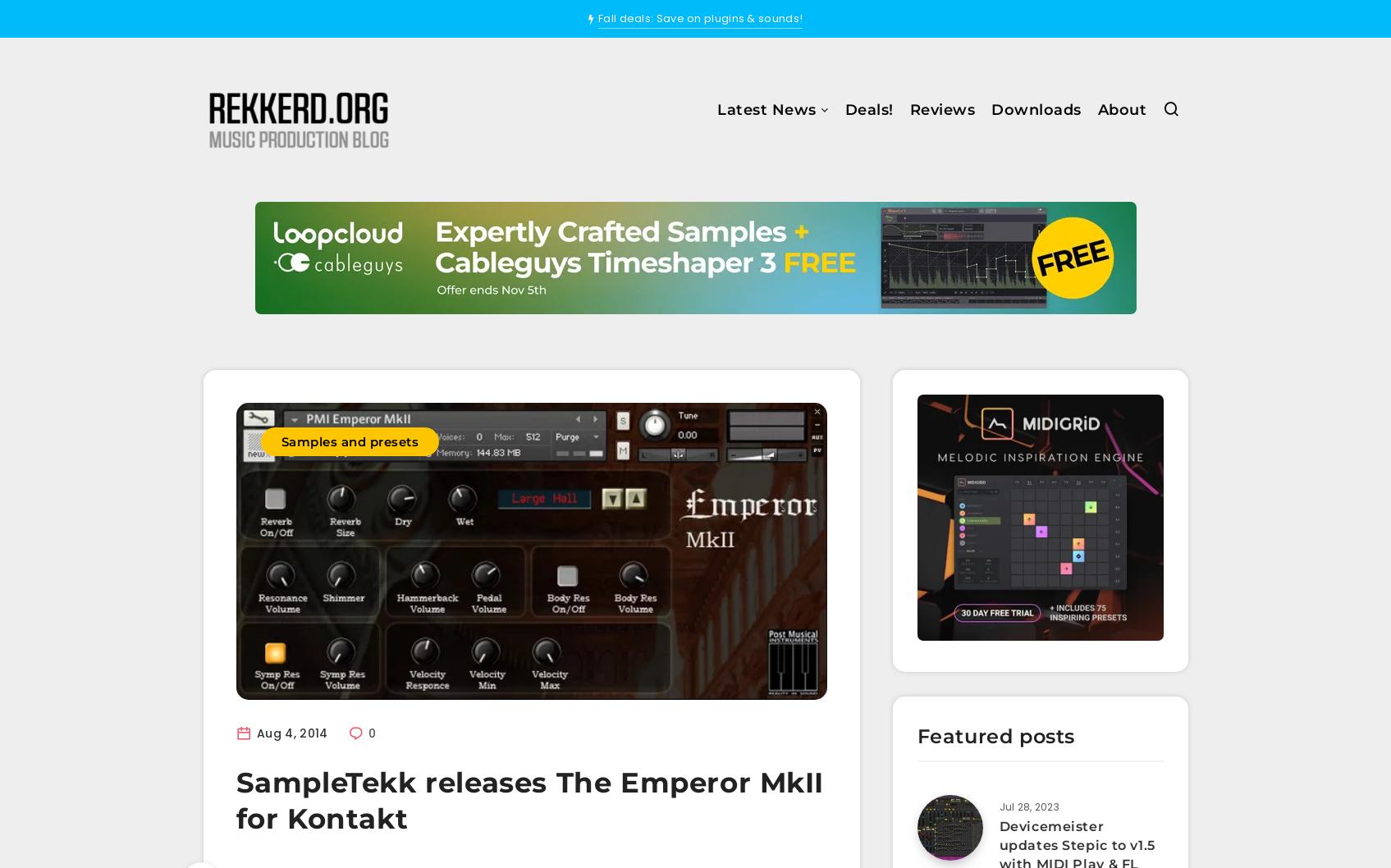 The image size is (1391, 868). What do you see at coordinates (643, 158) in the screenshot?
I see `'All News'` at bounding box center [643, 158].